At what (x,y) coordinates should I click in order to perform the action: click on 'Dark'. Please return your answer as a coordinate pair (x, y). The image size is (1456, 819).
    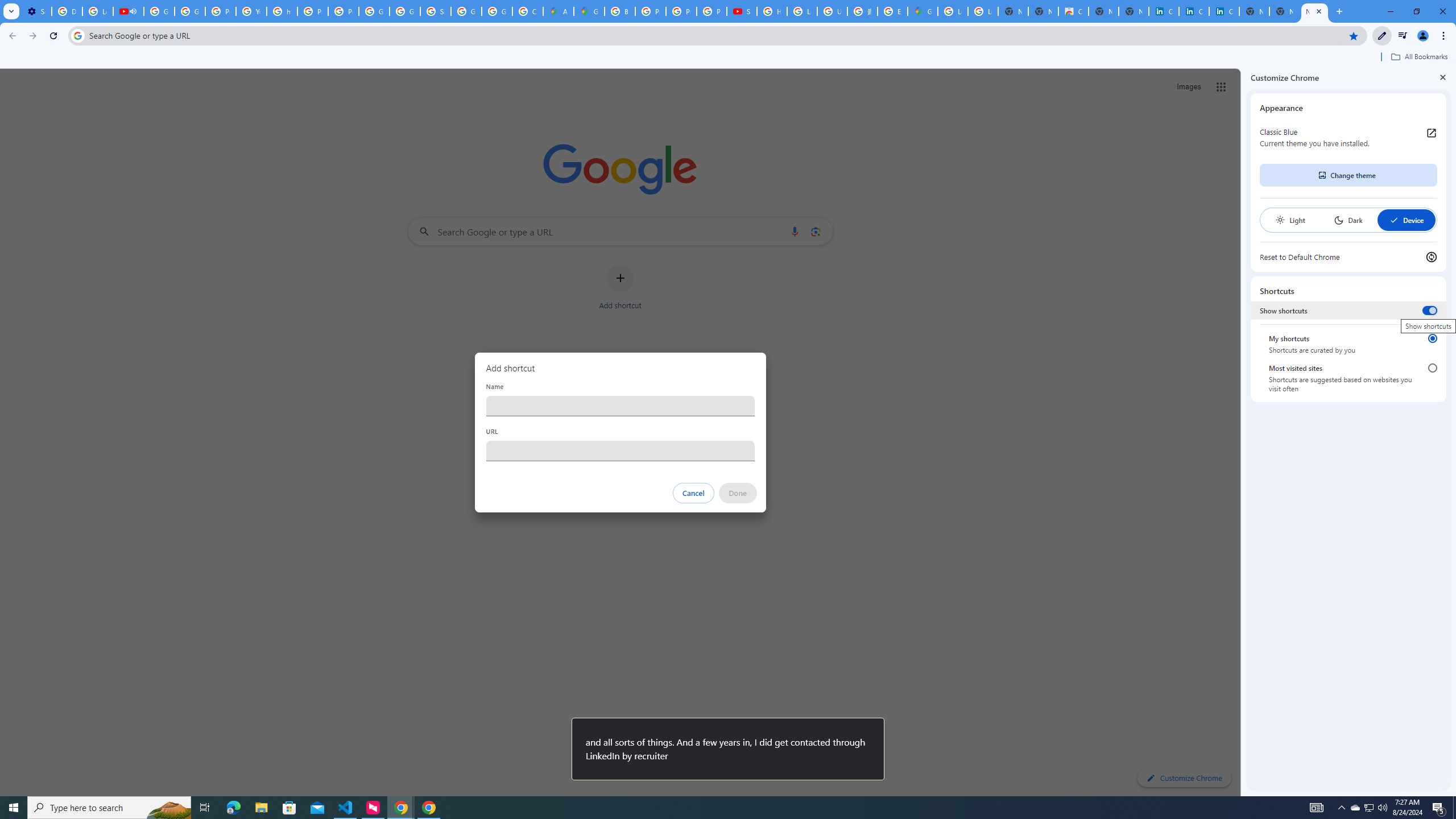
    Looking at the image, I should click on (1347, 220).